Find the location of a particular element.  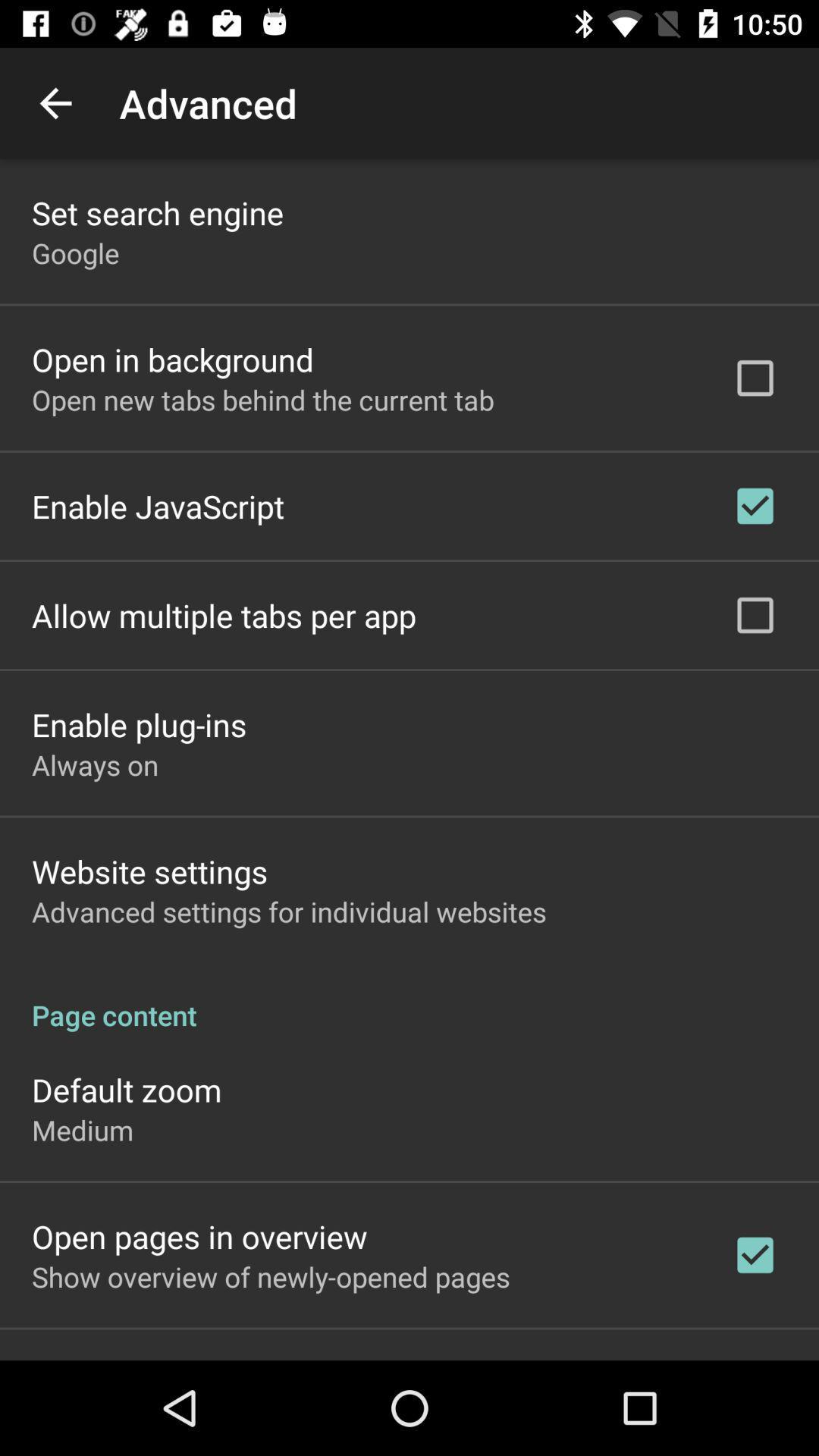

advanced settings for icon is located at coordinates (289, 911).